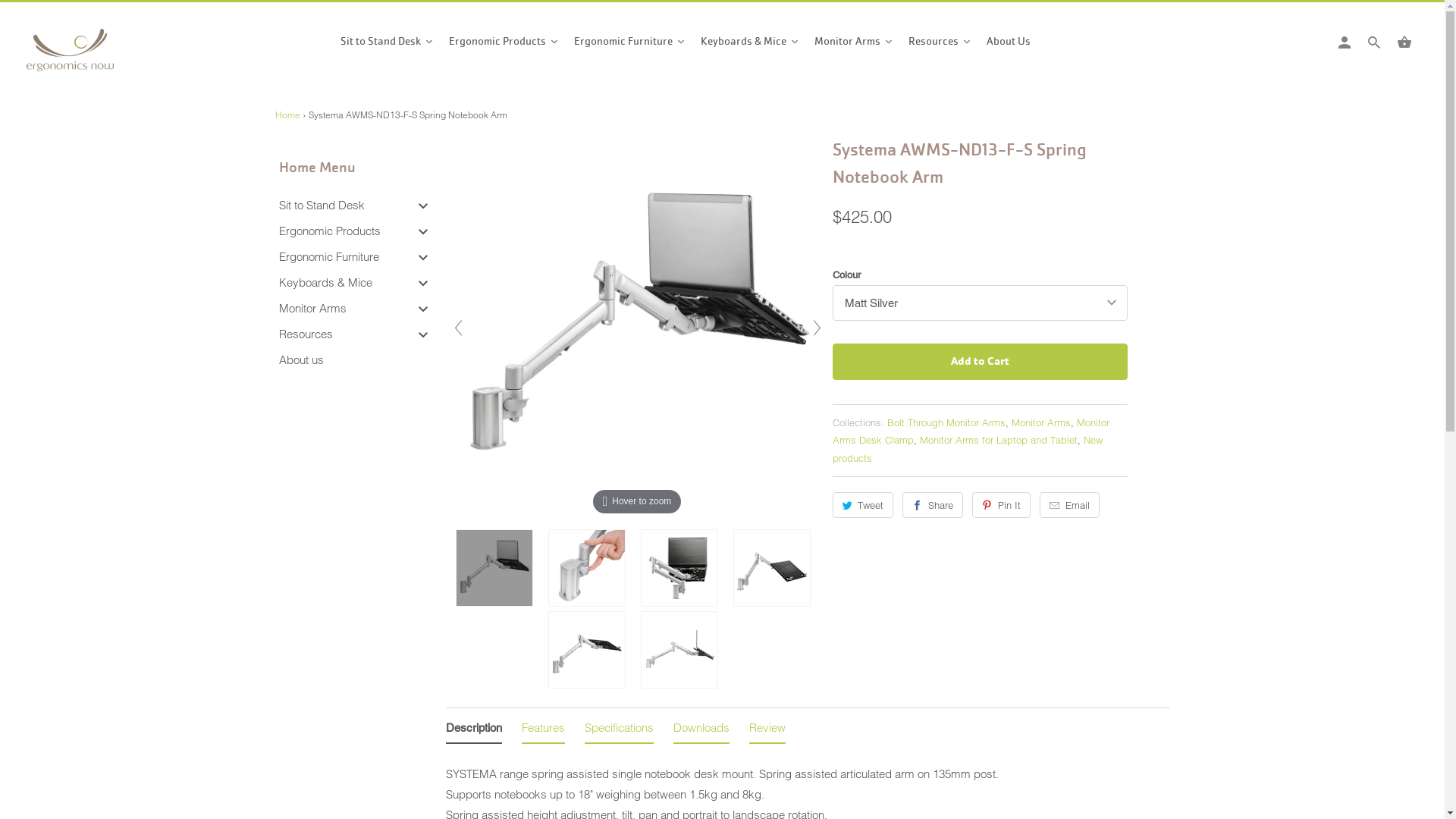  What do you see at coordinates (279, 256) in the screenshot?
I see `'Ergonomic Furniture'` at bounding box center [279, 256].